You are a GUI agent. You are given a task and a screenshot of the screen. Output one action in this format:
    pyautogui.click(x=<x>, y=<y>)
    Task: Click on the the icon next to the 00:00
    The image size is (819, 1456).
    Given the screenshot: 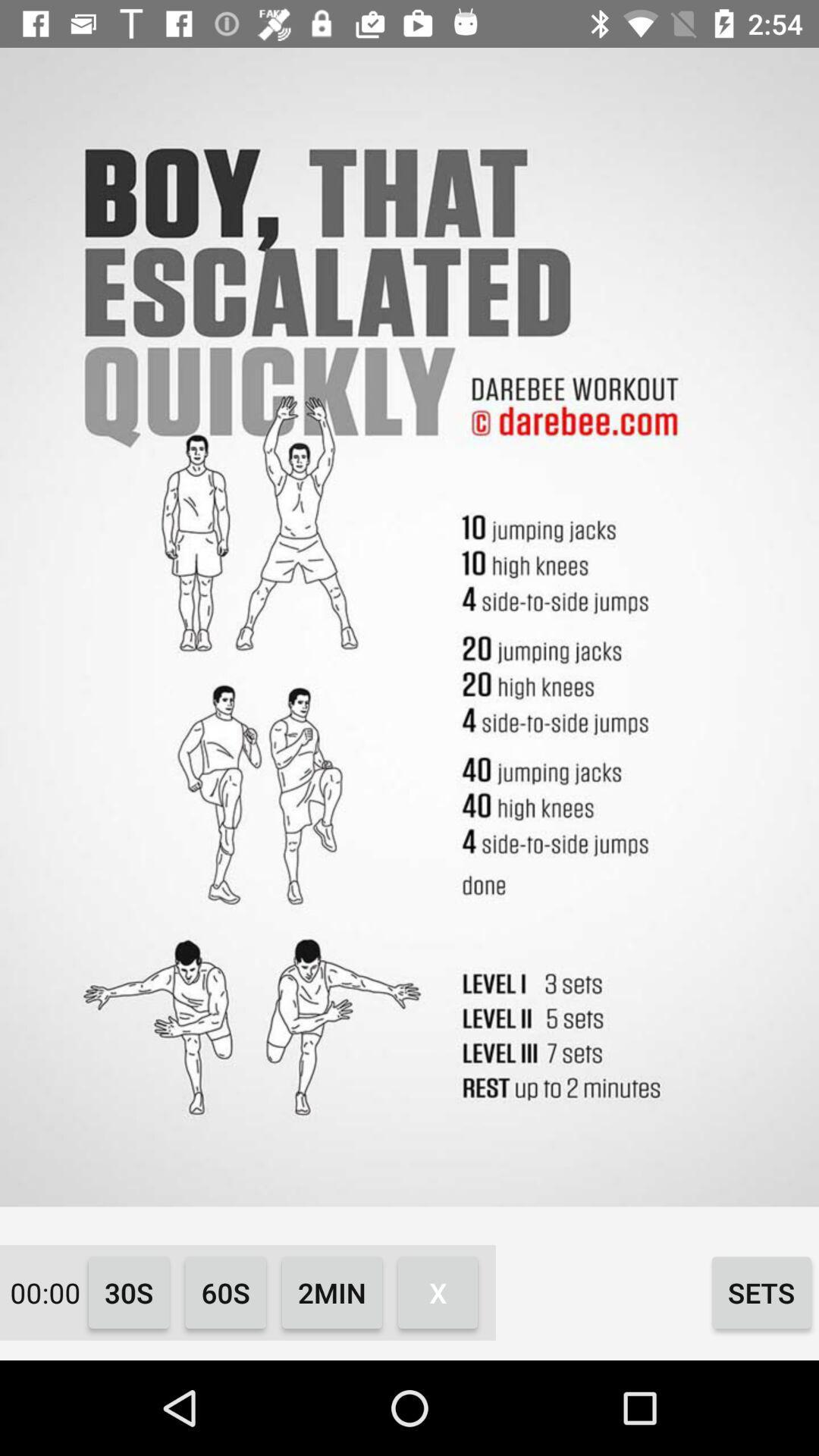 What is the action you would take?
    pyautogui.click(x=128, y=1291)
    